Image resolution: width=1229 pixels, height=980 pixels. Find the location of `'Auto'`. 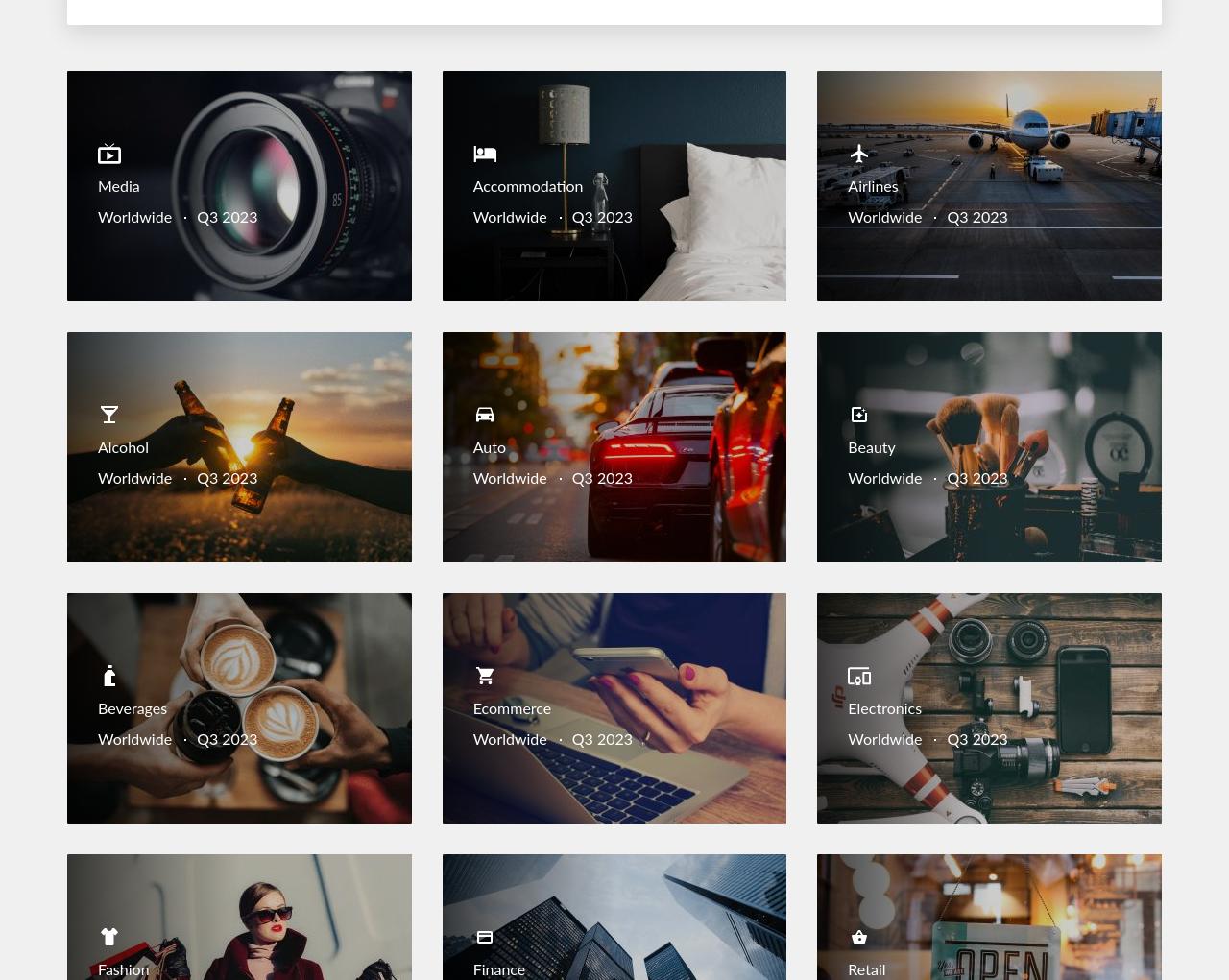

'Auto' is located at coordinates (489, 448).